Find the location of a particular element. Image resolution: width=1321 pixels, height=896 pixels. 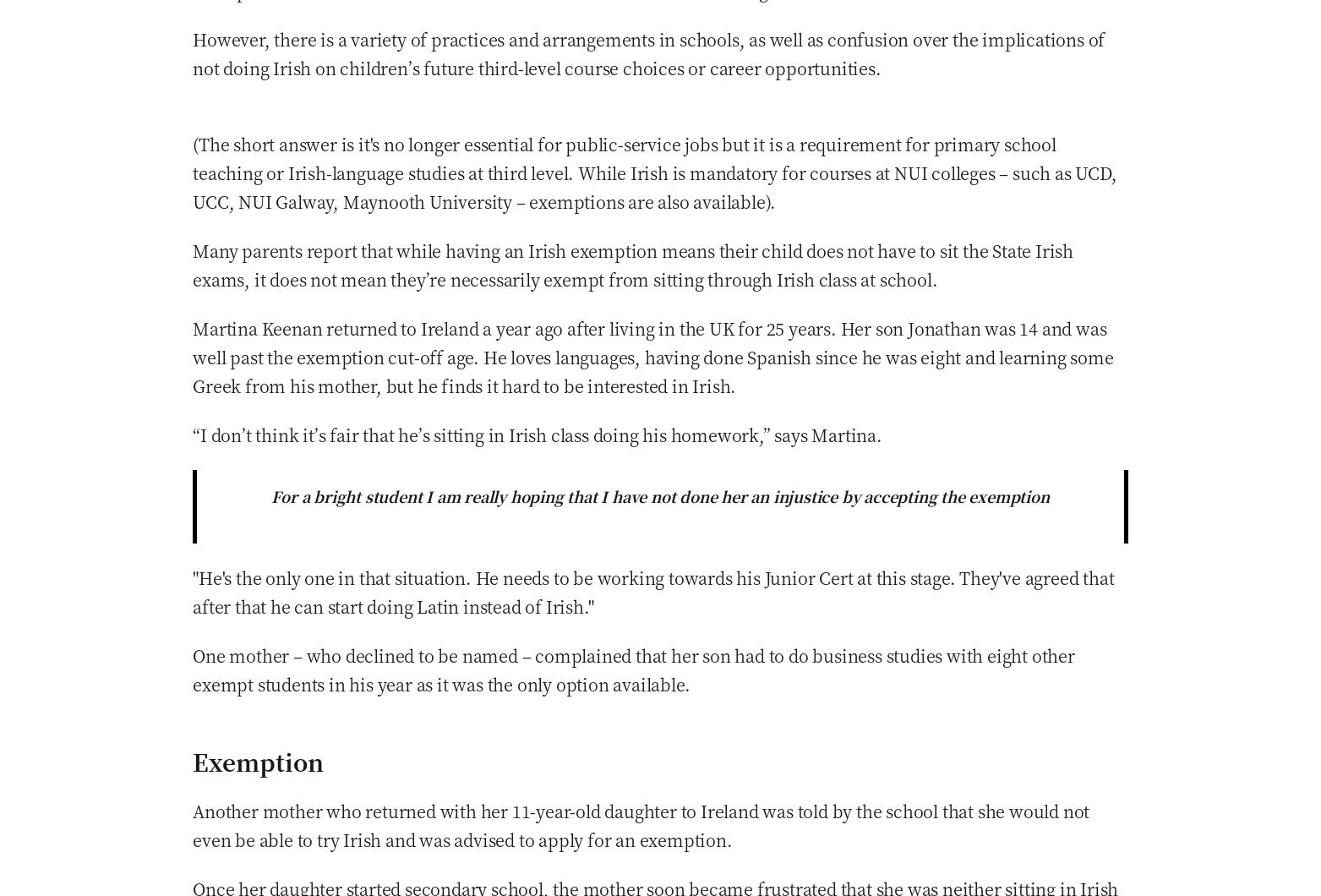

'Another mother who returned with her 11-year-old daughter to Ireland was told by the school that she would not even be able to try Irish and was advised to apply for an exemption.' is located at coordinates (641, 823).